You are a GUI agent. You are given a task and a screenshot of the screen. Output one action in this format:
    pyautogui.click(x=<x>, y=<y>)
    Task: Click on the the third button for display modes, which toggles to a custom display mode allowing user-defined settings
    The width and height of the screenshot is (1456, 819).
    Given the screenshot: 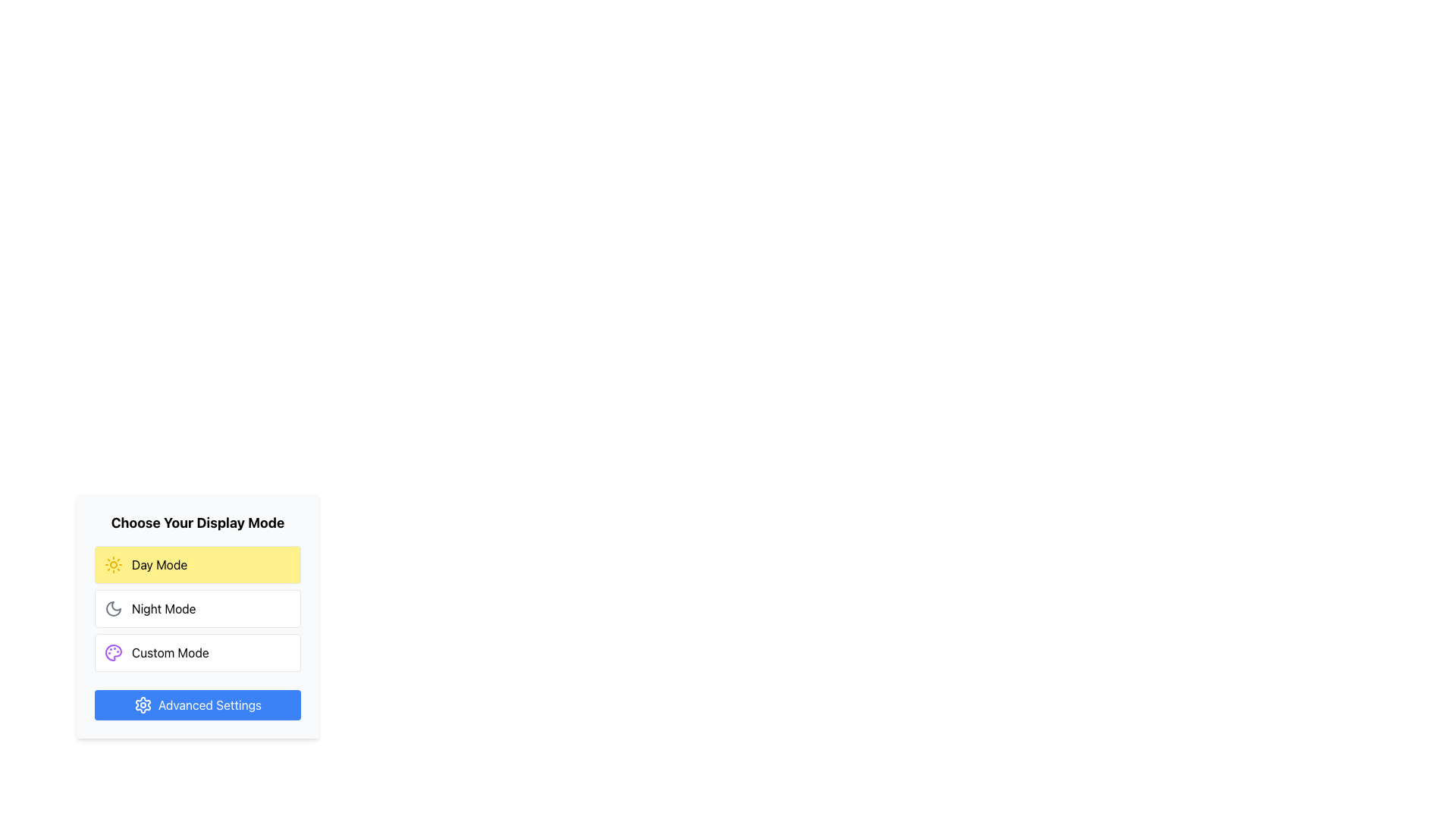 What is the action you would take?
    pyautogui.click(x=196, y=651)
    